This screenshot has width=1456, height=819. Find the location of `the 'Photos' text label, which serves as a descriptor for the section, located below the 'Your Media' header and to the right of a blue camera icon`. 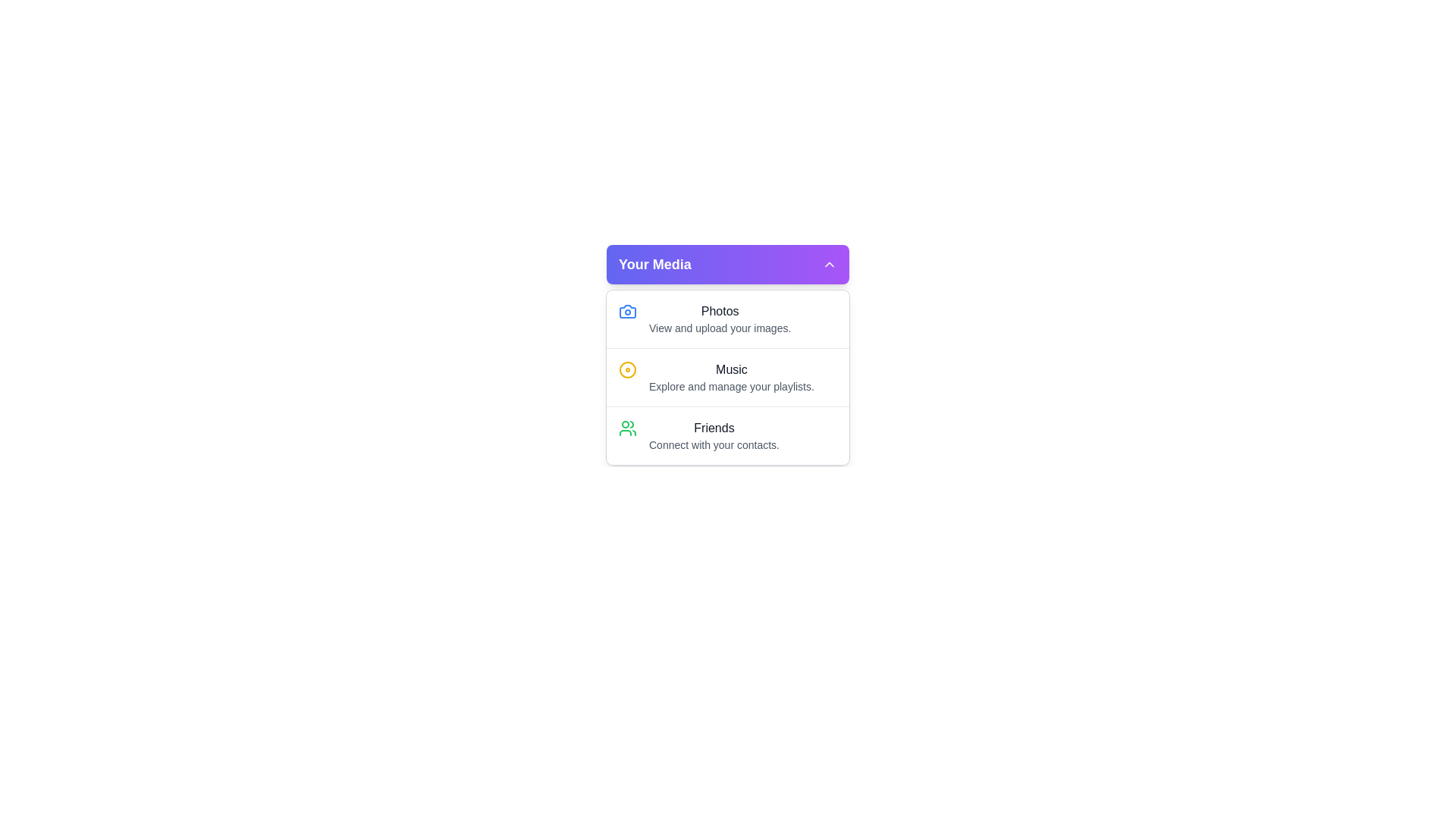

the 'Photos' text label, which serves as a descriptor for the section, located below the 'Your Media' header and to the right of a blue camera icon is located at coordinates (719, 318).